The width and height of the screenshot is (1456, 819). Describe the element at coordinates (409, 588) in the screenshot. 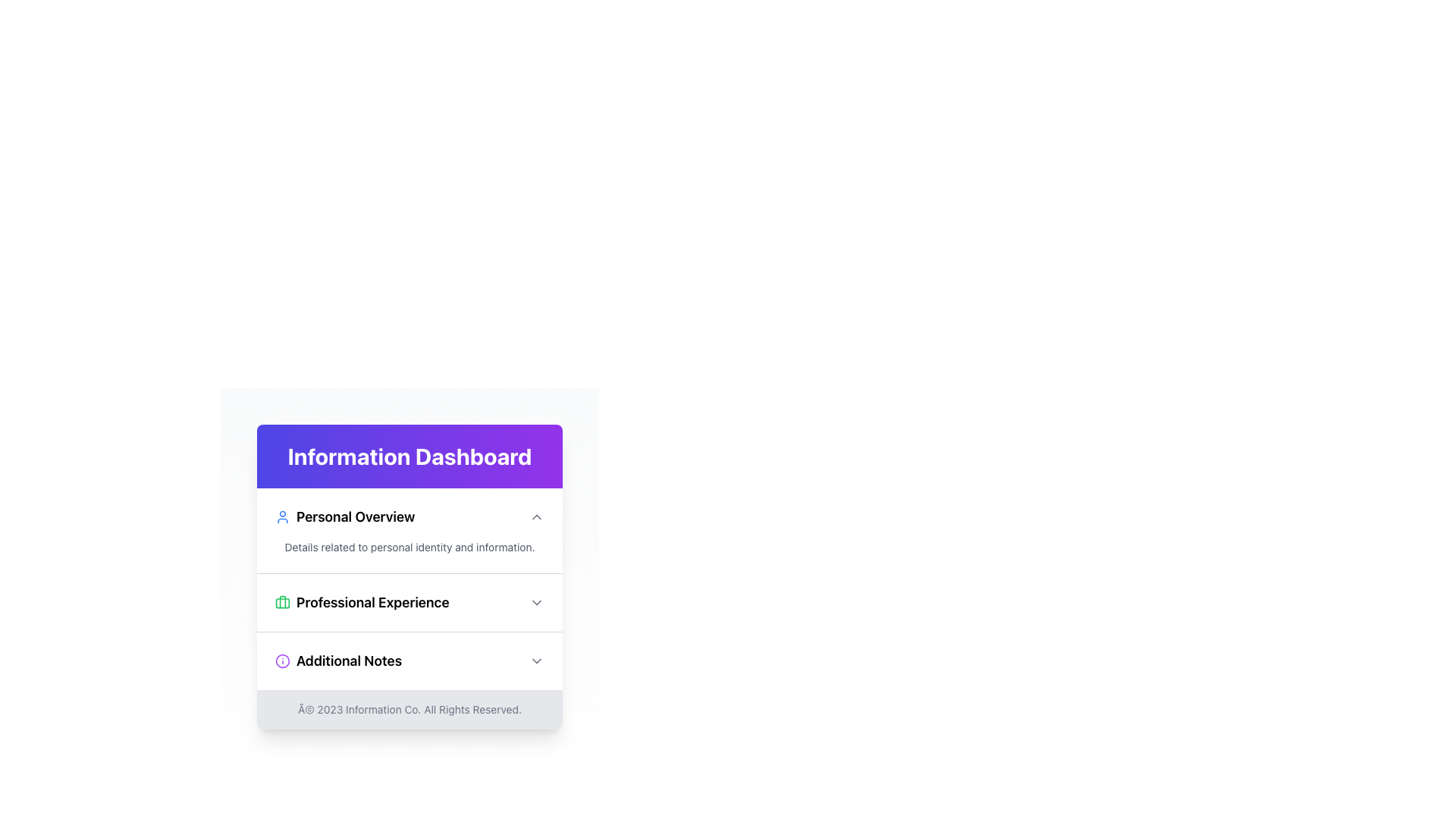

I see `the 'Professional Experience' section header` at that location.